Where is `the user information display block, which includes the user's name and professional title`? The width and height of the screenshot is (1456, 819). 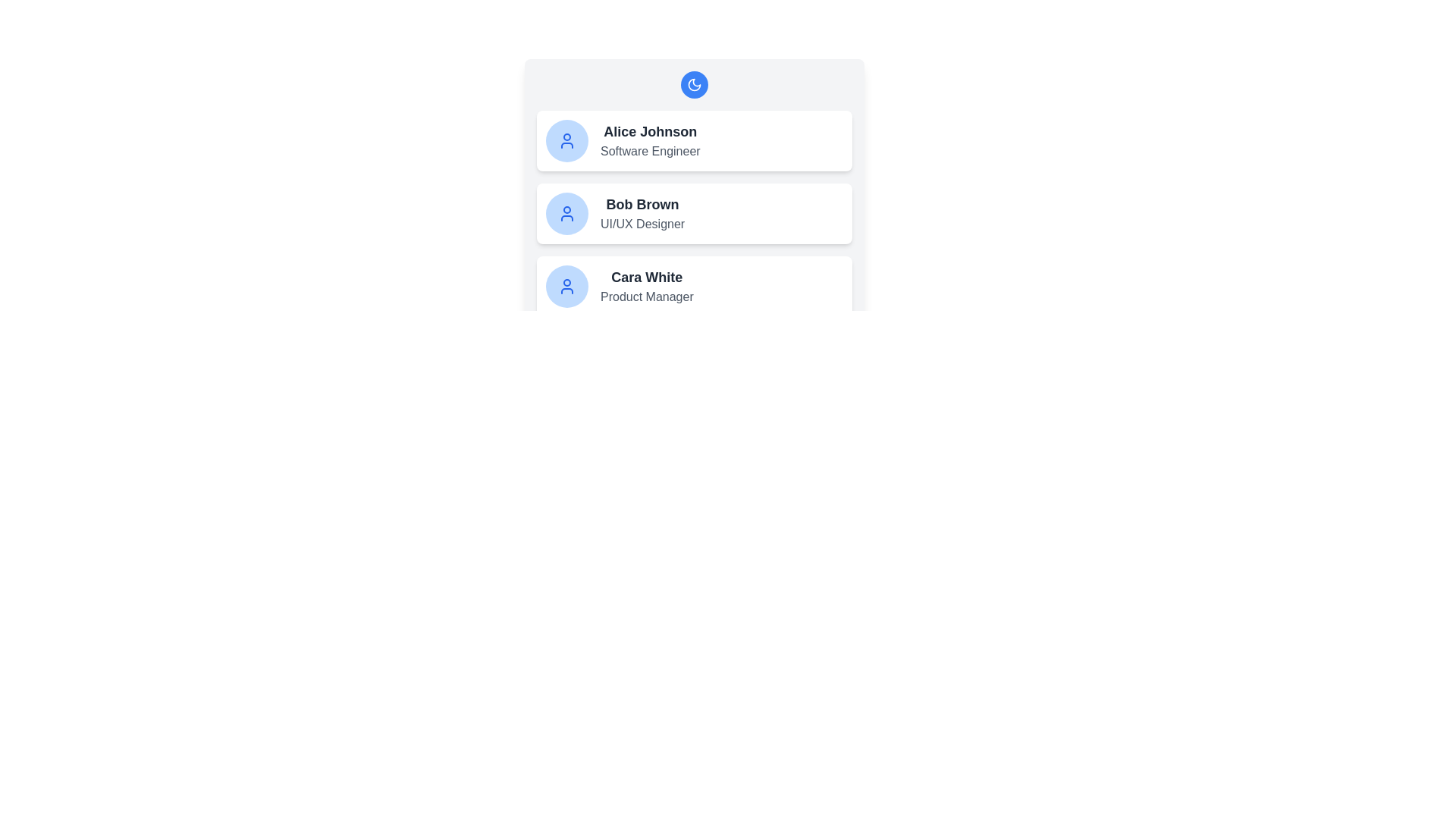 the user information display block, which includes the user's name and professional title is located at coordinates (650, 140).